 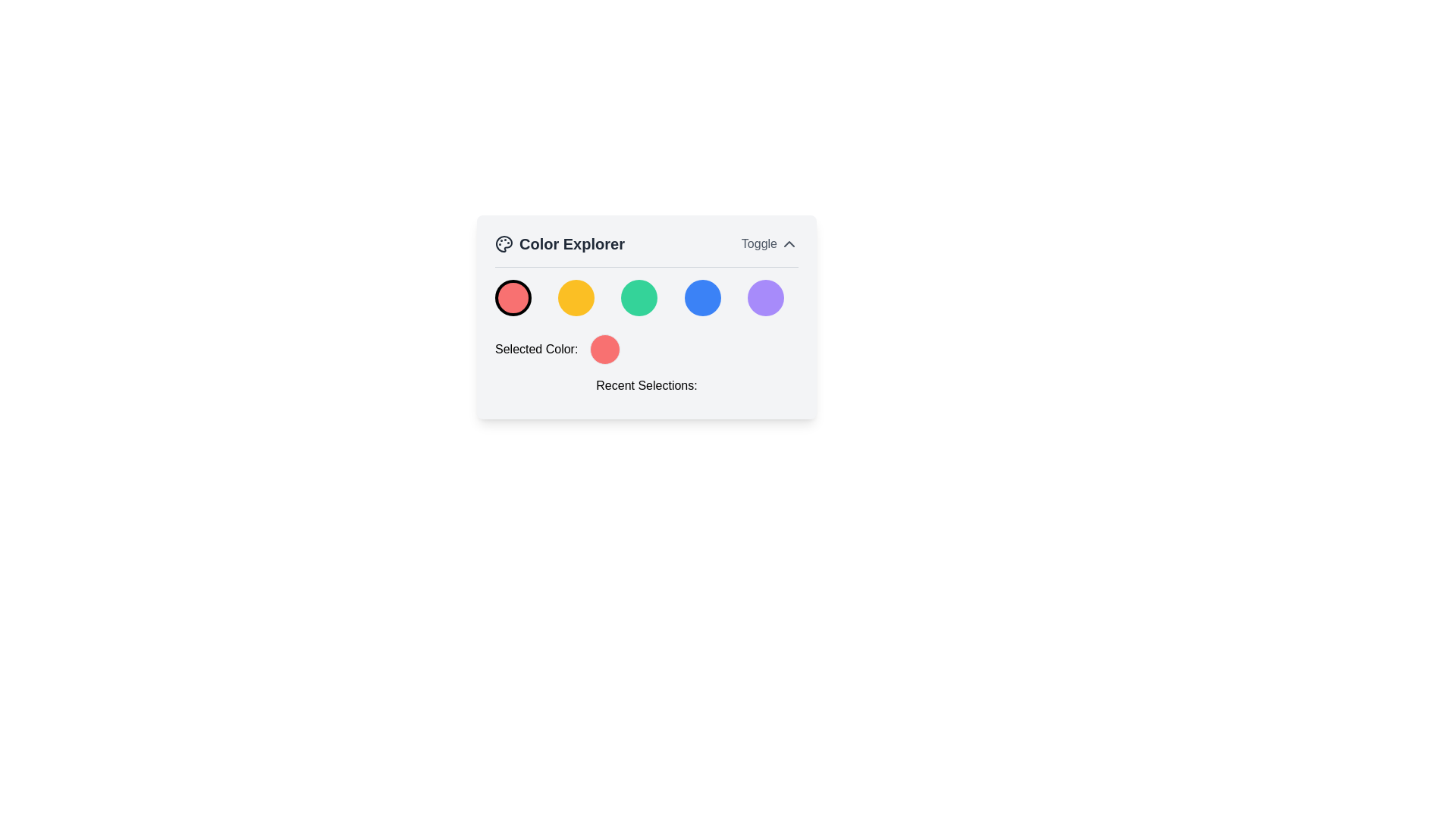 I want to click on the colored circular icons within the 'Color Explorer' card component, which has a light gray background and rounded corners, so click(x=647, y=315).